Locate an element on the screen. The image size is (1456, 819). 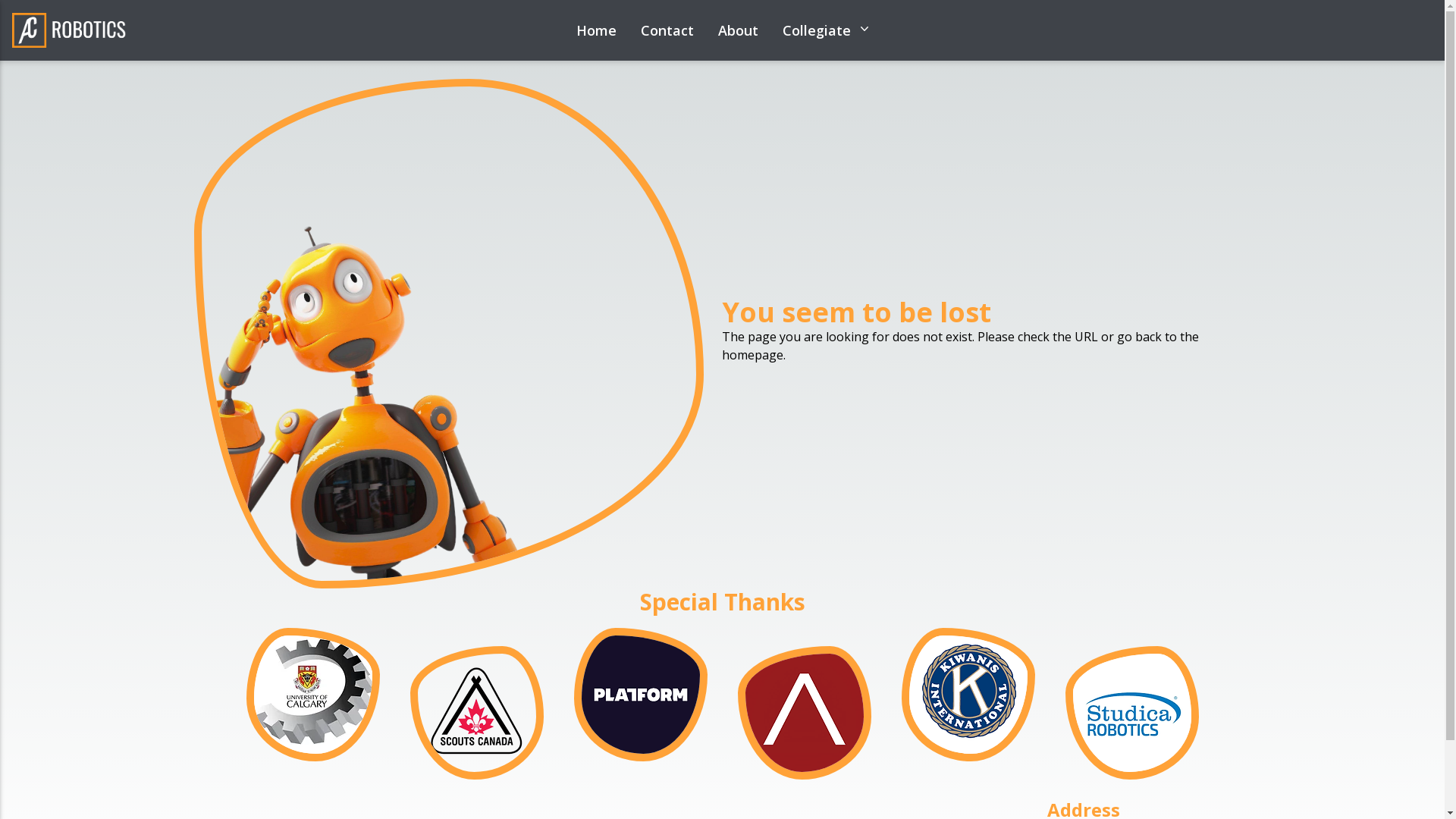
'Contact' is located at coordinates (666, 30).